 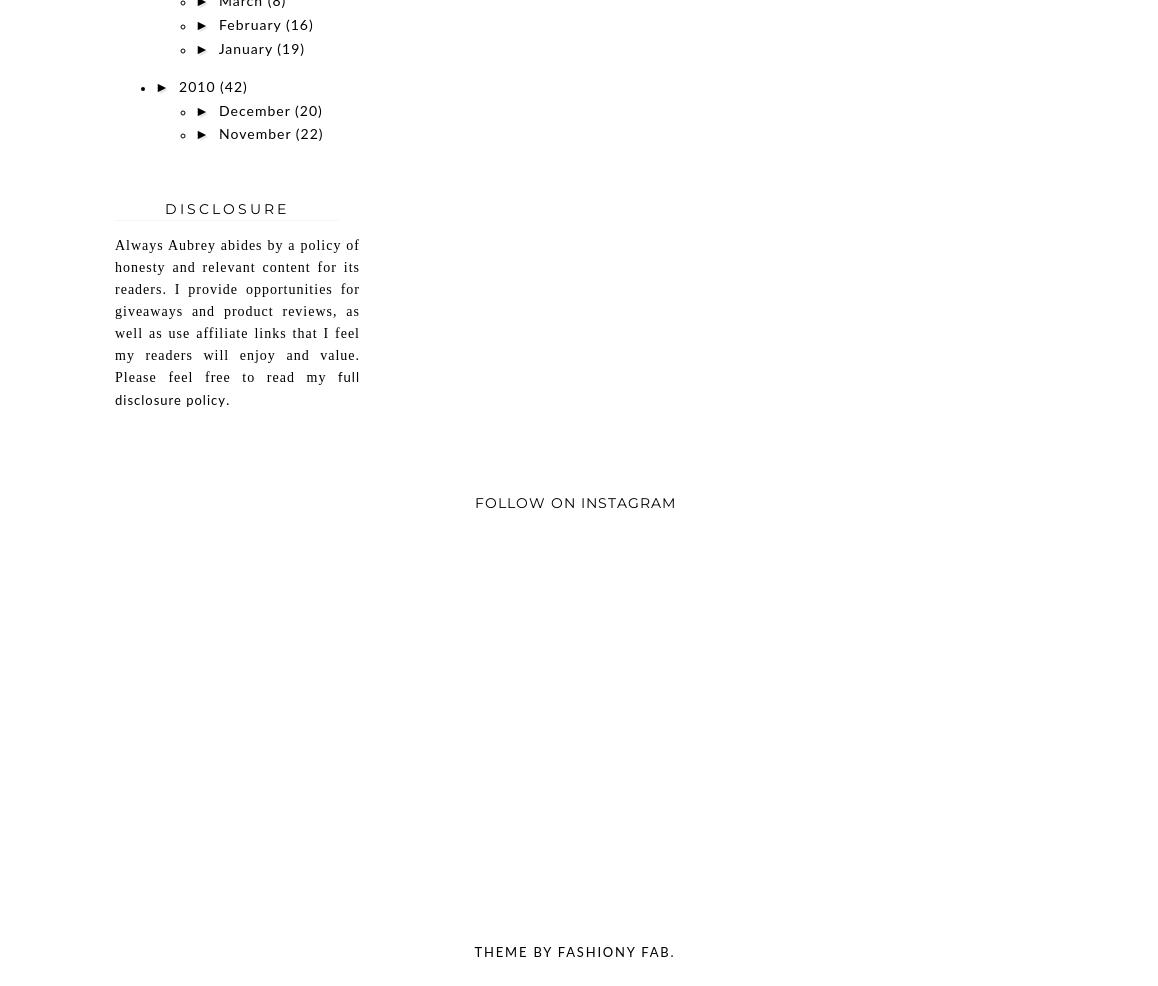 What do you see at coordinates (308, 111) in the screenshot?
I see `'(20)'` at bounding box center [308, 111].